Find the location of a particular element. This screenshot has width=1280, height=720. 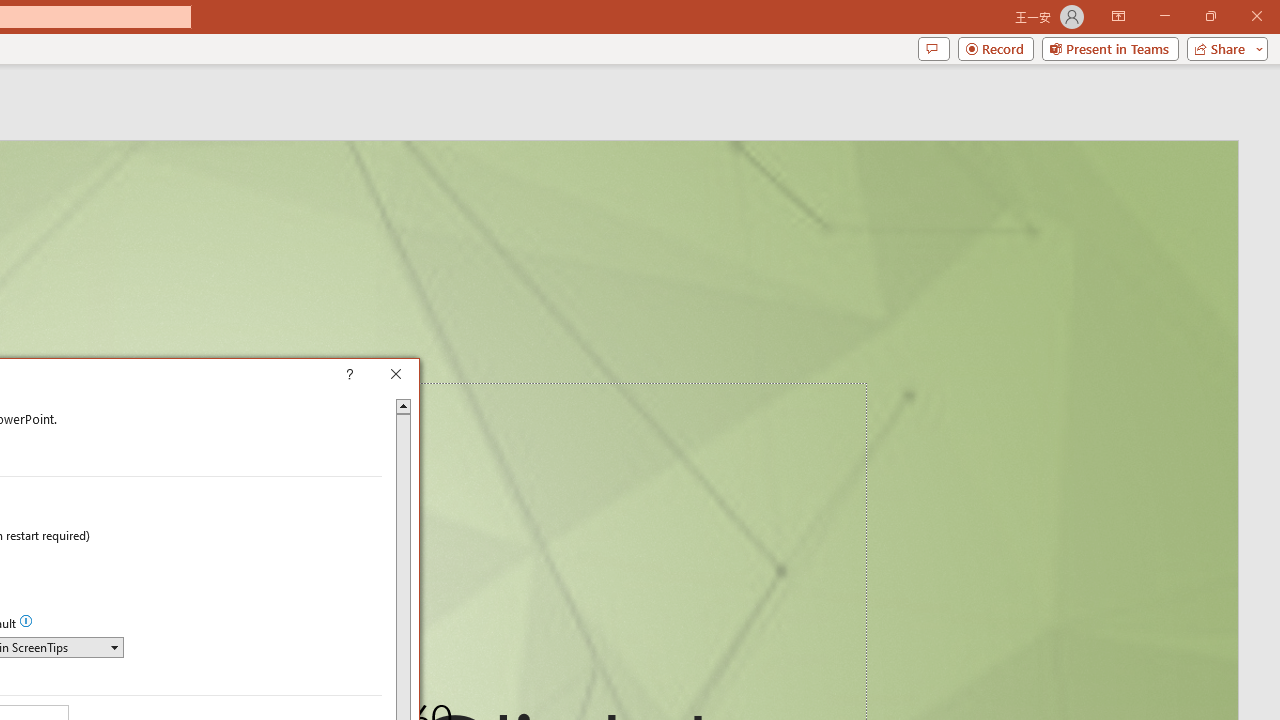

'Context help' is located at coordinates (378, 376).